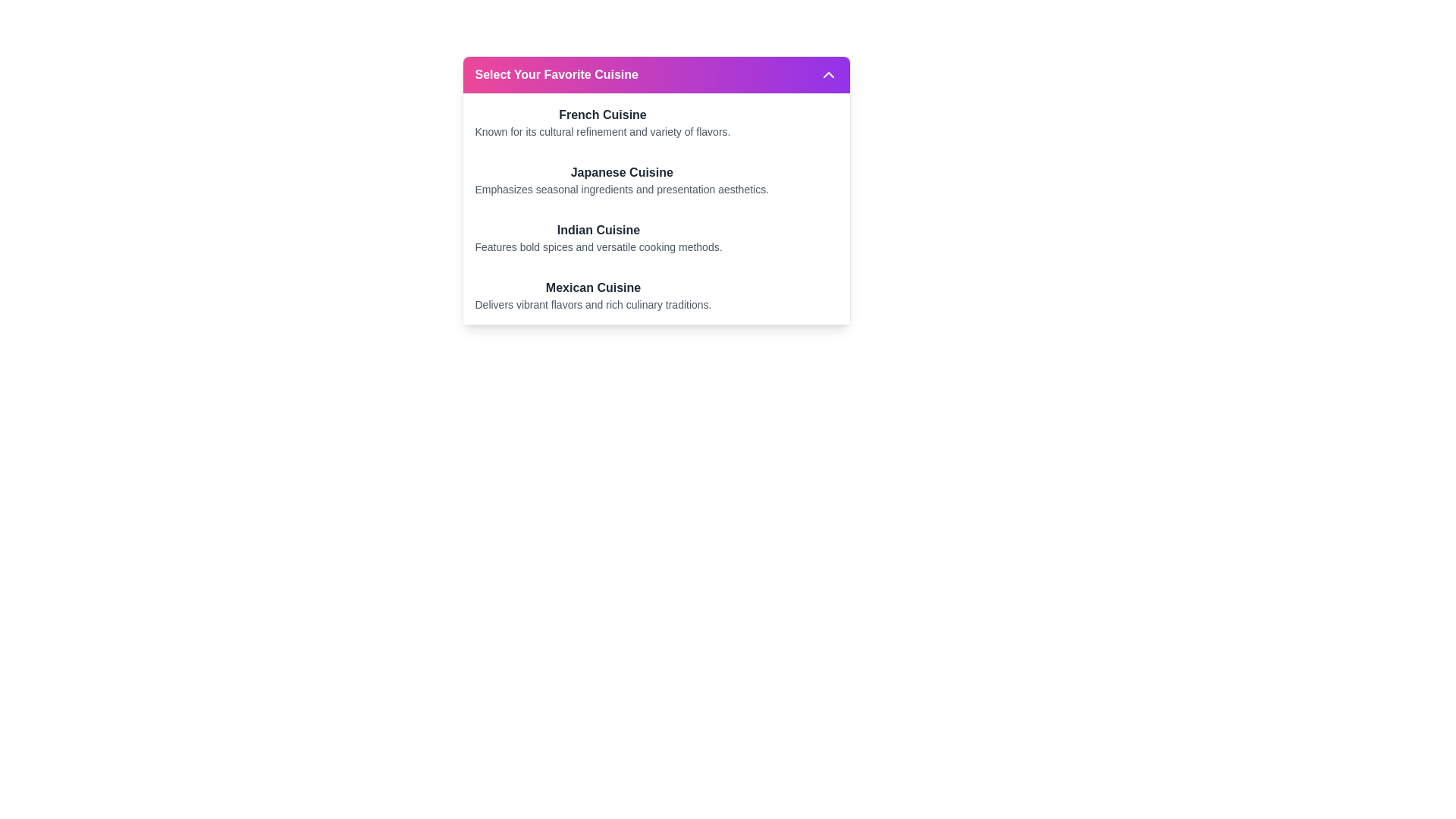 This screenshot has width=1456, height=819. Describe the element at coordinates (827, 75) in the screenshot. I see `the chevron icon located at the far-right end of the purple title bar, aligned with the text 'Select Your Favorite Cuisine'` at that location.